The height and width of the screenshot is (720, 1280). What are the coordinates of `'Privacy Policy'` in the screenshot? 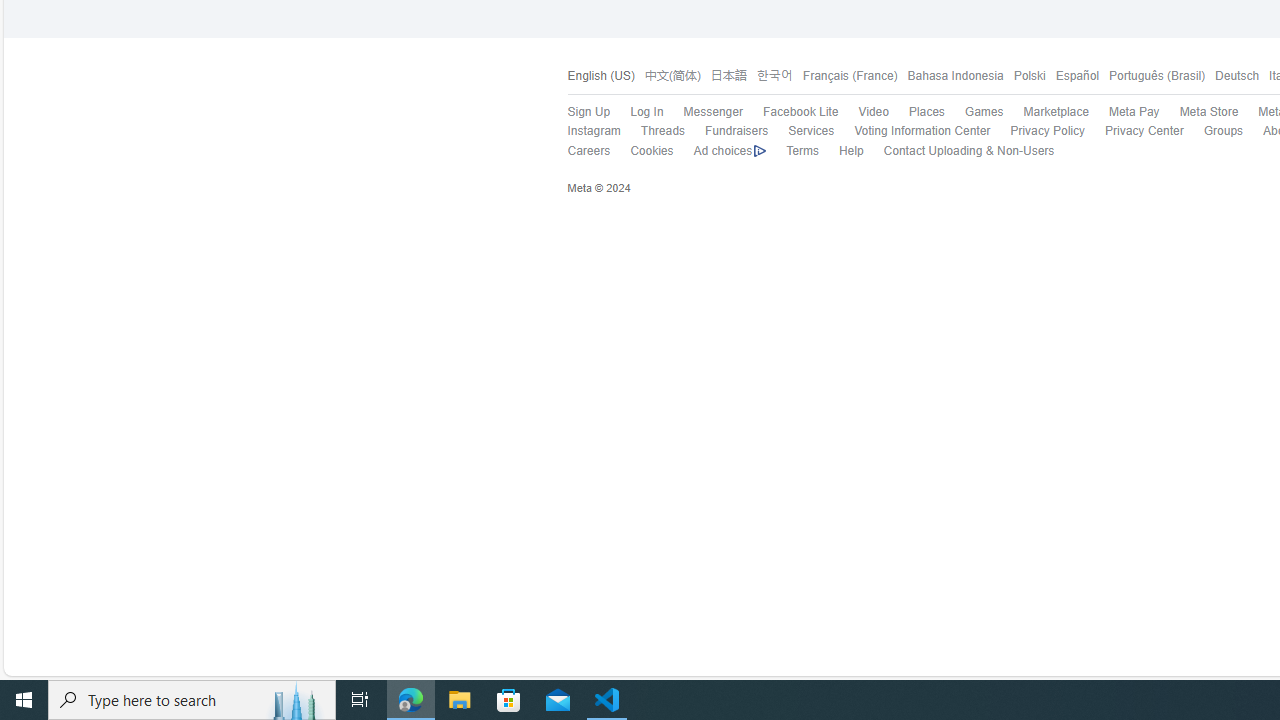 It's located at (1037, 131).